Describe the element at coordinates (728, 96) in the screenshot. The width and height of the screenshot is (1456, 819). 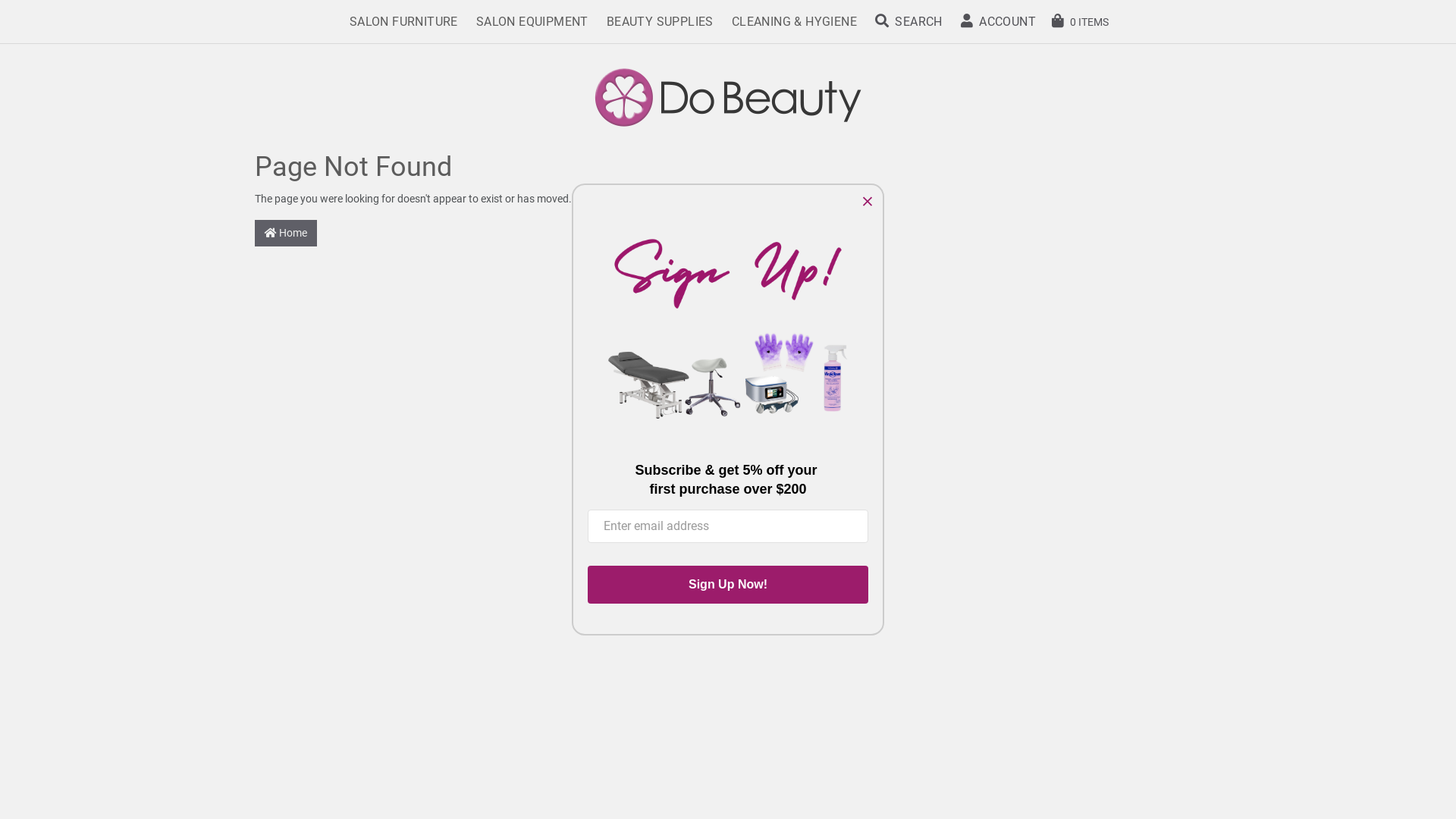
I see `'Do Beauty'` at that location.